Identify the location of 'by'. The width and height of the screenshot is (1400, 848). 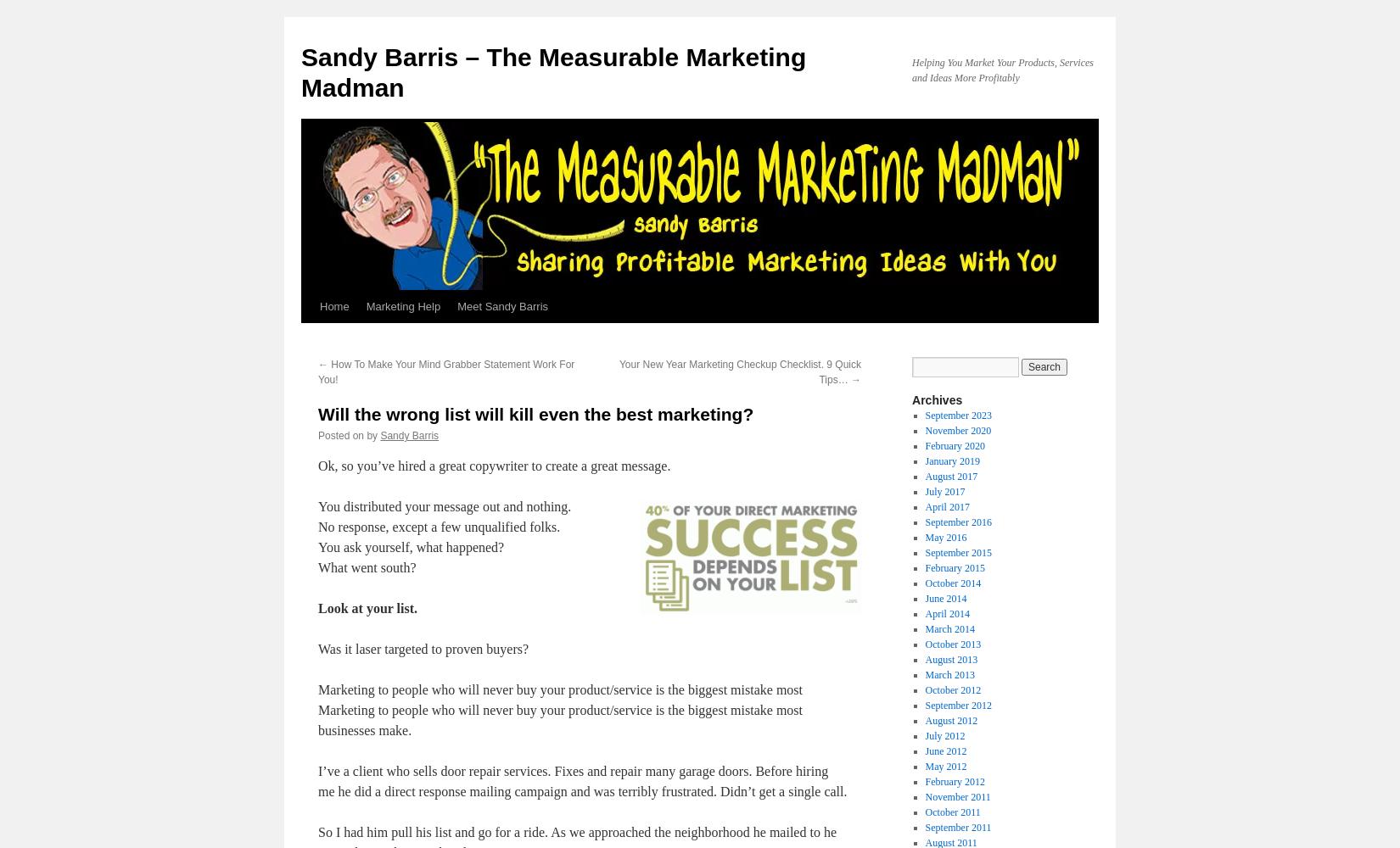
(371, 436).